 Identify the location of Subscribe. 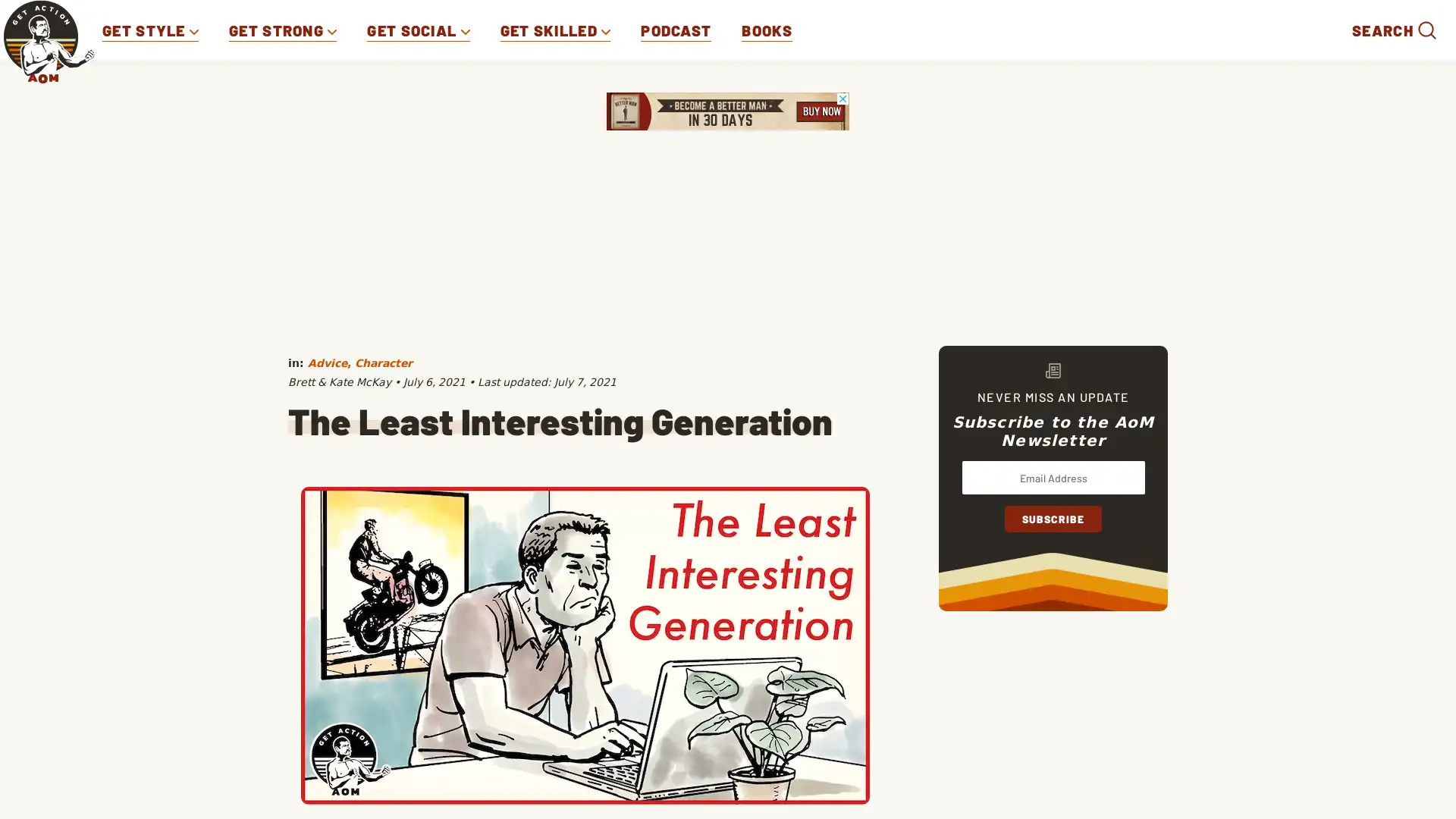
(1052, 518).